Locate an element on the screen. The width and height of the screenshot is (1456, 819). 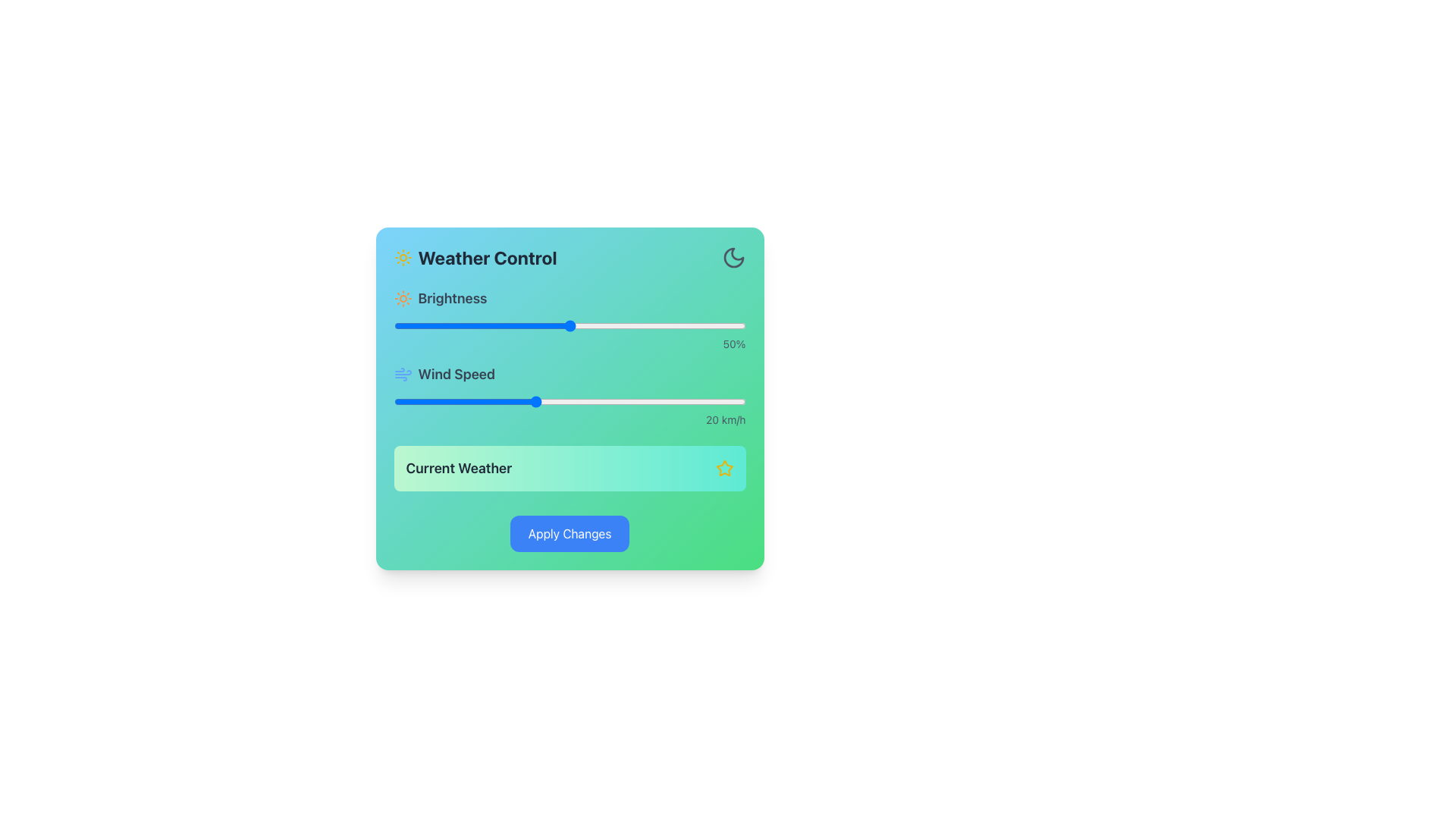
brightness level is located at coordinates (731, 325).